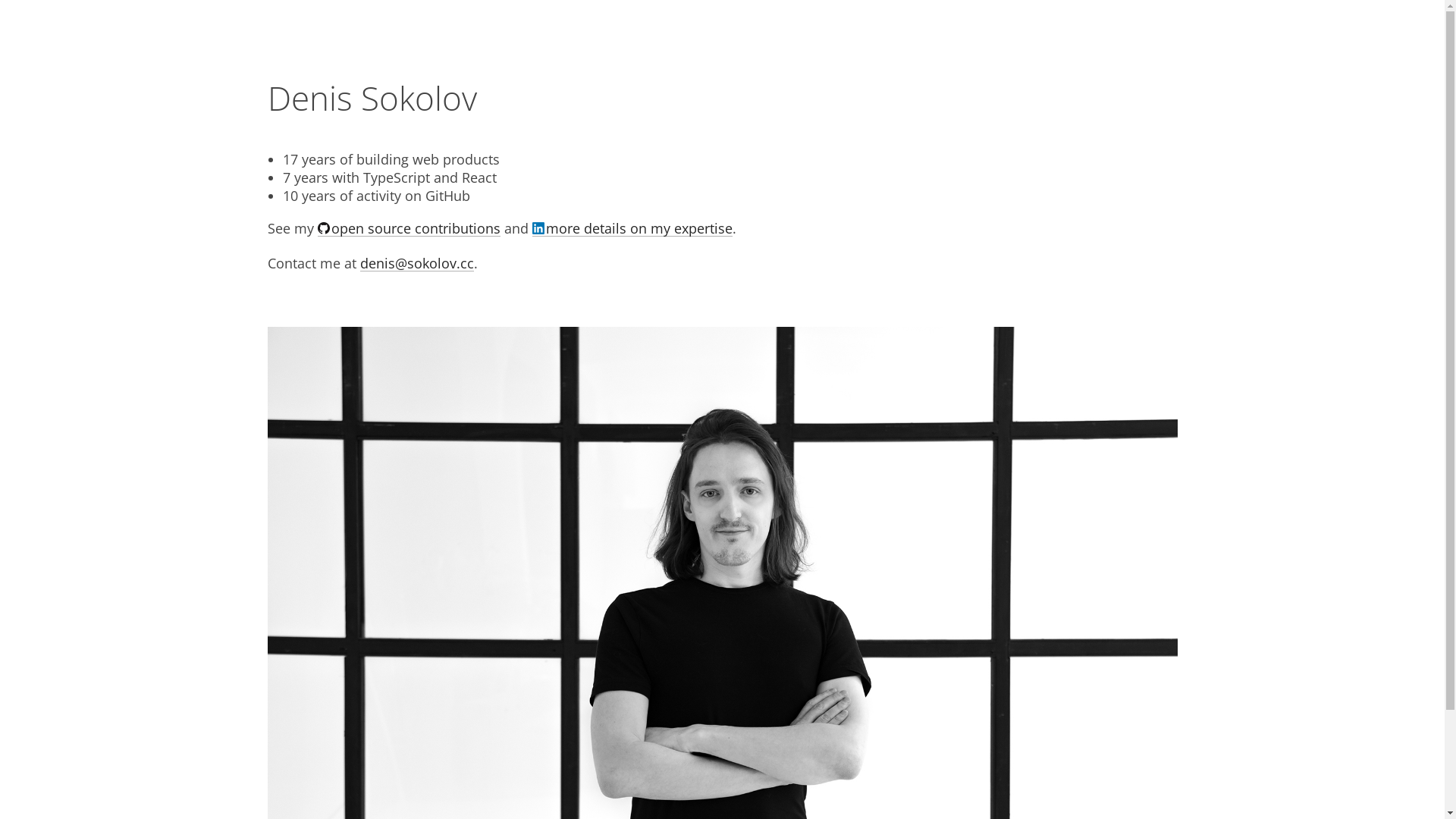 This screenshot has width=1456, height=819. What do you see at coordinates (315, 231) in the screenshot?
I see `'open source contributions'` at bounding box center [315, 231].